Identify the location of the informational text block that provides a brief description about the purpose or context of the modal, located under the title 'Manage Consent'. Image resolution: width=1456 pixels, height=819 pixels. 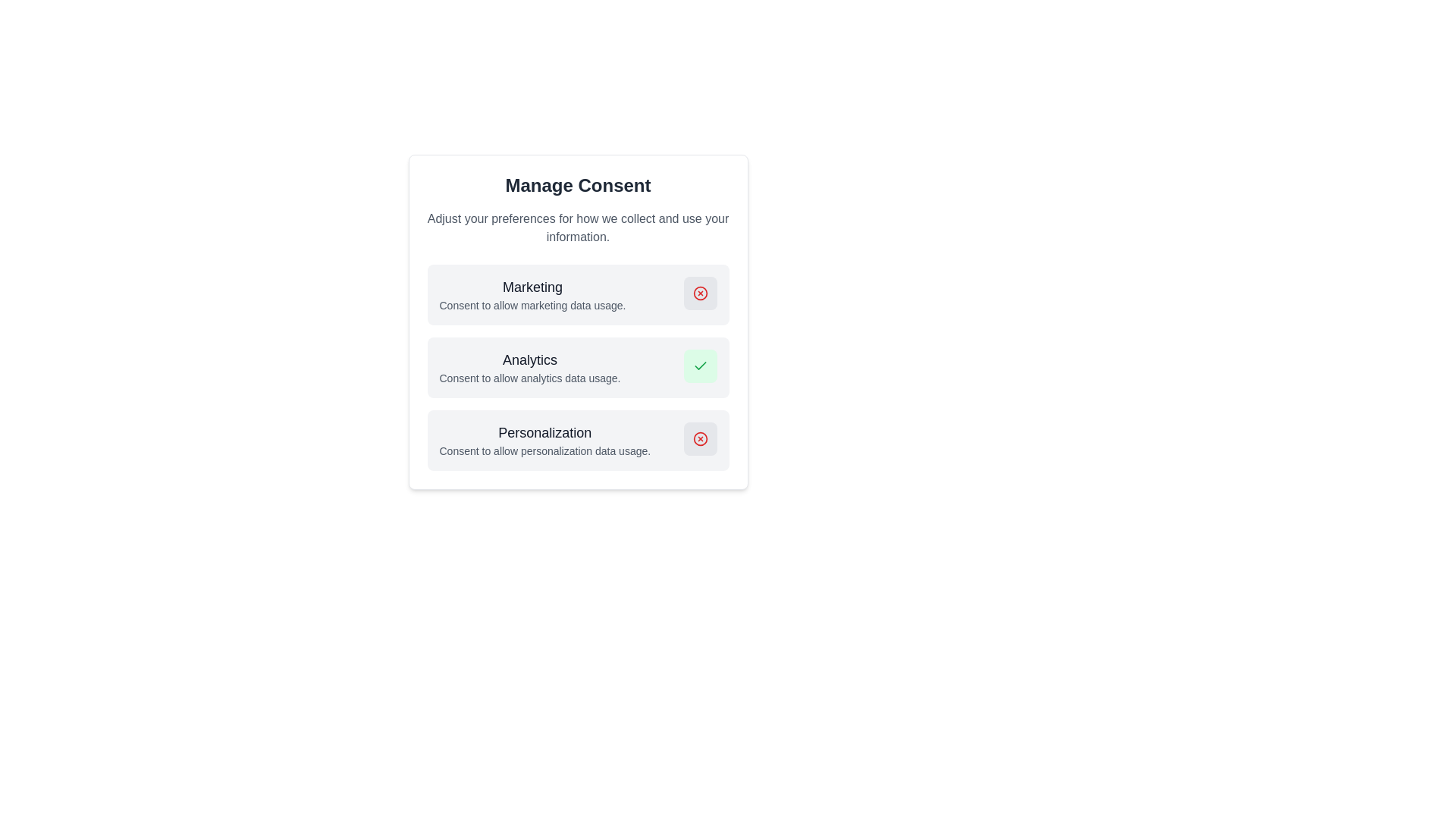
(577, 227).